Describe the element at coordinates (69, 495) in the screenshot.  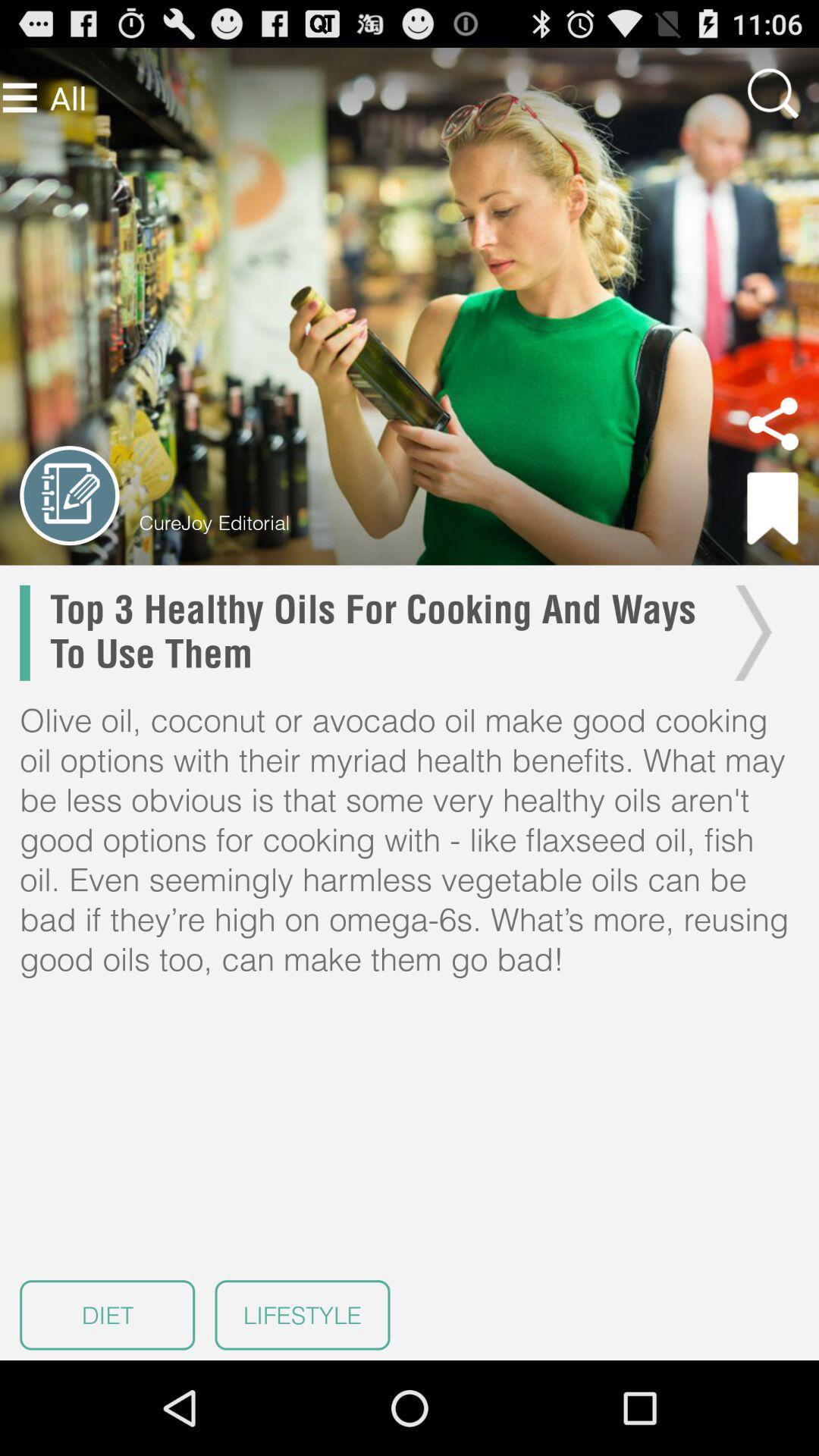
I see `edit it` at that location.